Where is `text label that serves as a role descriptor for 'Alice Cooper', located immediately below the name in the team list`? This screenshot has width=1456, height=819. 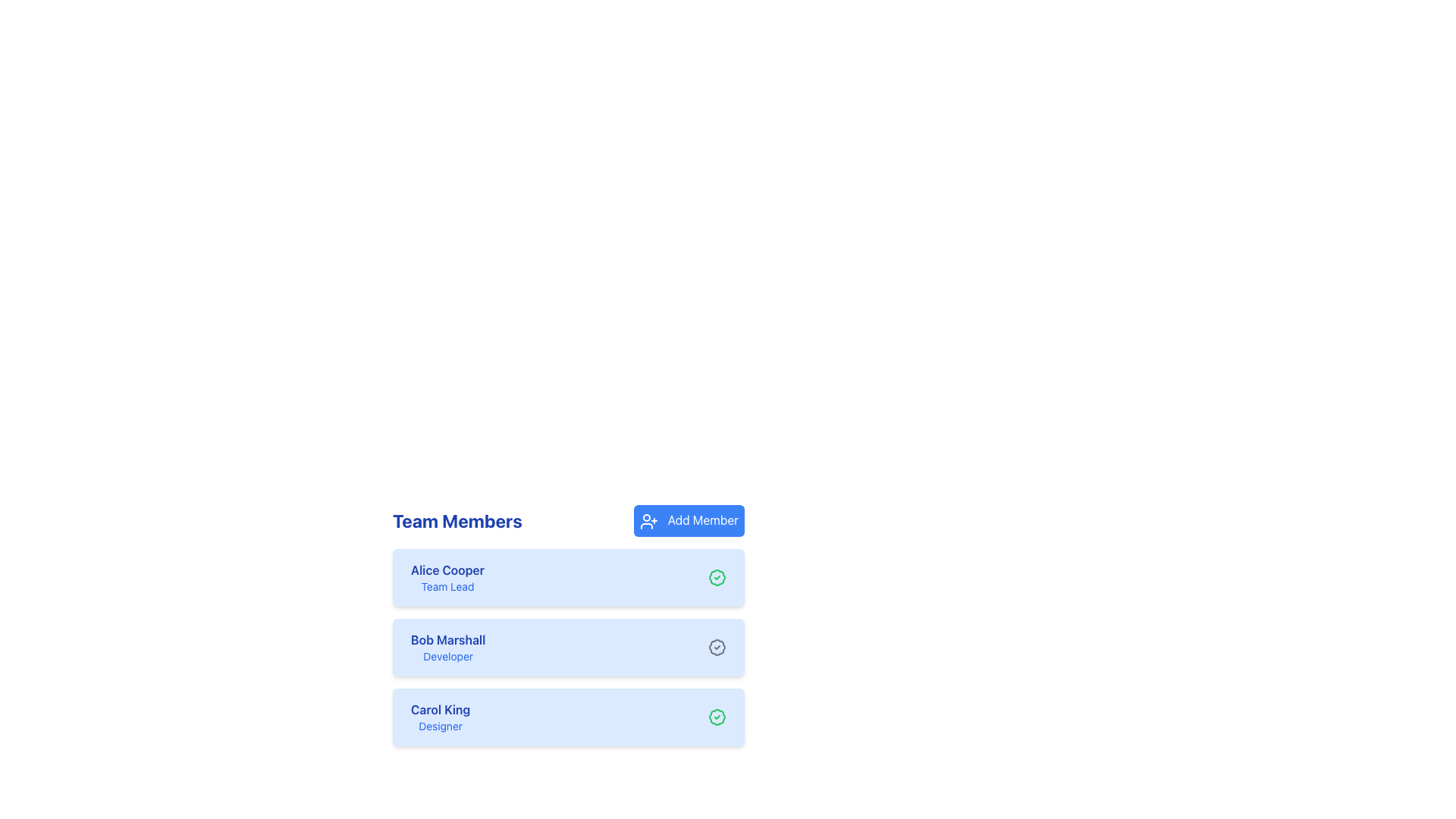 text label that serves as a role descriptor for 'Alice Cooper', located immediately below the name in the team list is located at coordinates (447, 585).